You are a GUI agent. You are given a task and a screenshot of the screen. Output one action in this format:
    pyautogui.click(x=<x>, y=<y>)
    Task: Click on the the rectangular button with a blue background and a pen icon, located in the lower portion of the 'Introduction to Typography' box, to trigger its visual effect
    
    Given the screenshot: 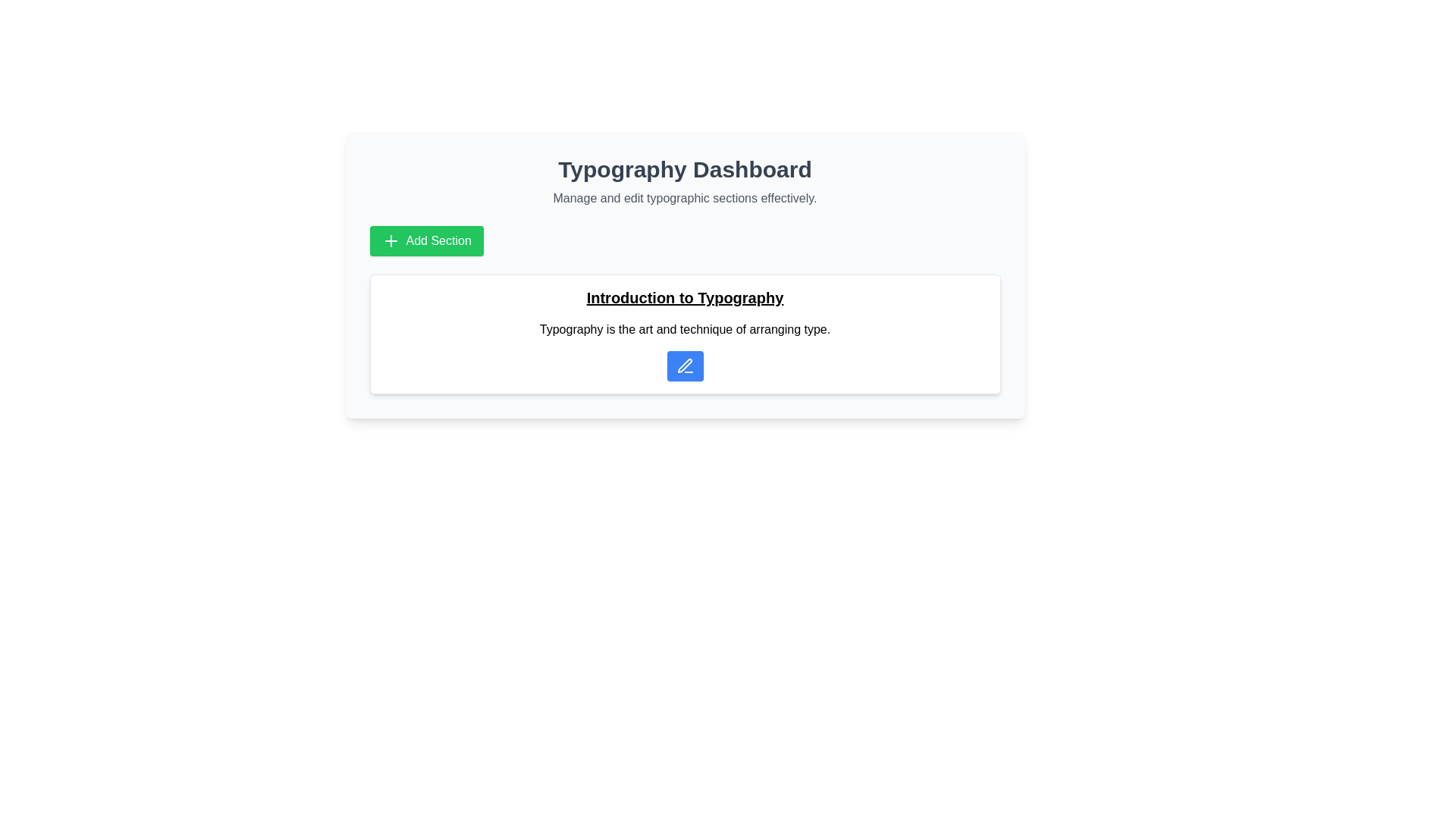 What is the action you would take?
    pyautogui.click(x=684, y=366)
    